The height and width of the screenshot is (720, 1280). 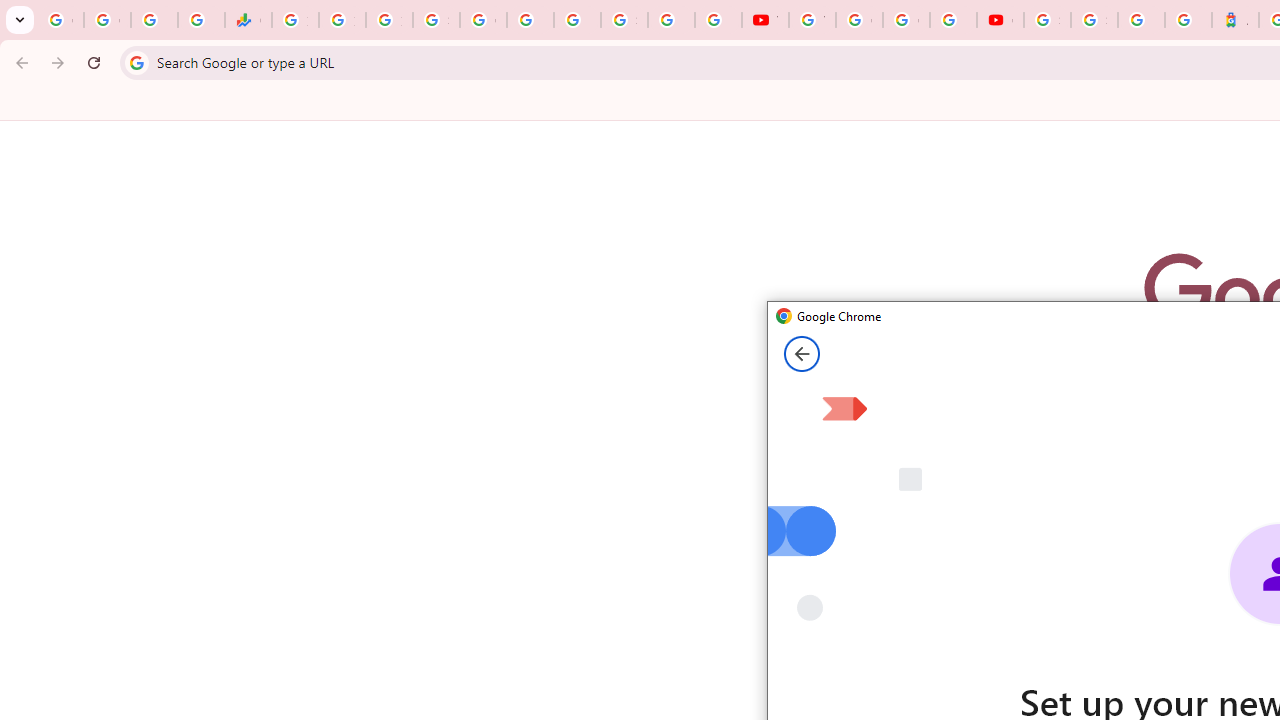 I want to click on 'Atour Hotel - Google hotels', so click(x=1234, y=20).